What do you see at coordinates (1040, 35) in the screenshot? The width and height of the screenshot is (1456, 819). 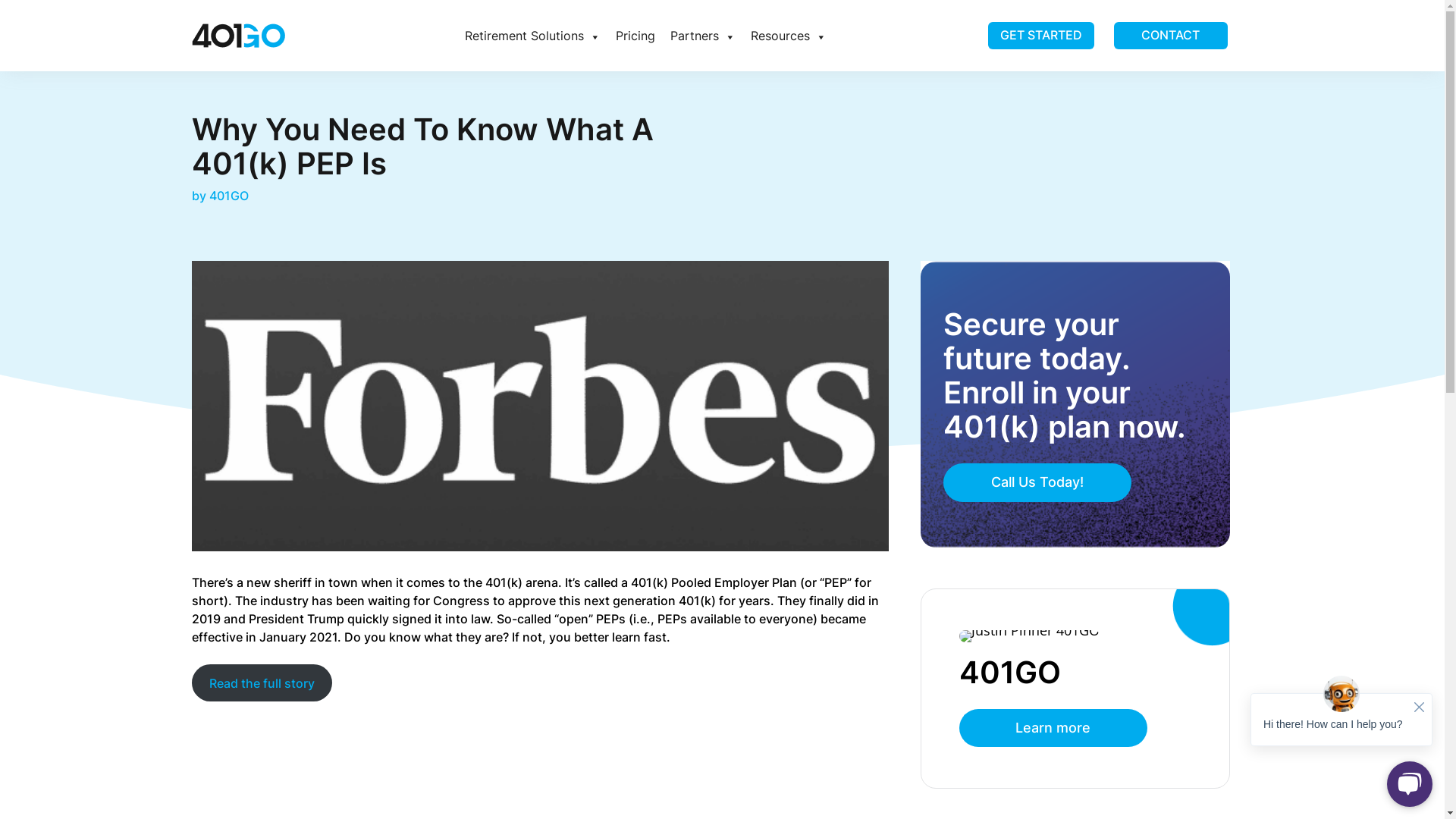 I see `'GET STARTED'` at bounding box center [1040, 35].